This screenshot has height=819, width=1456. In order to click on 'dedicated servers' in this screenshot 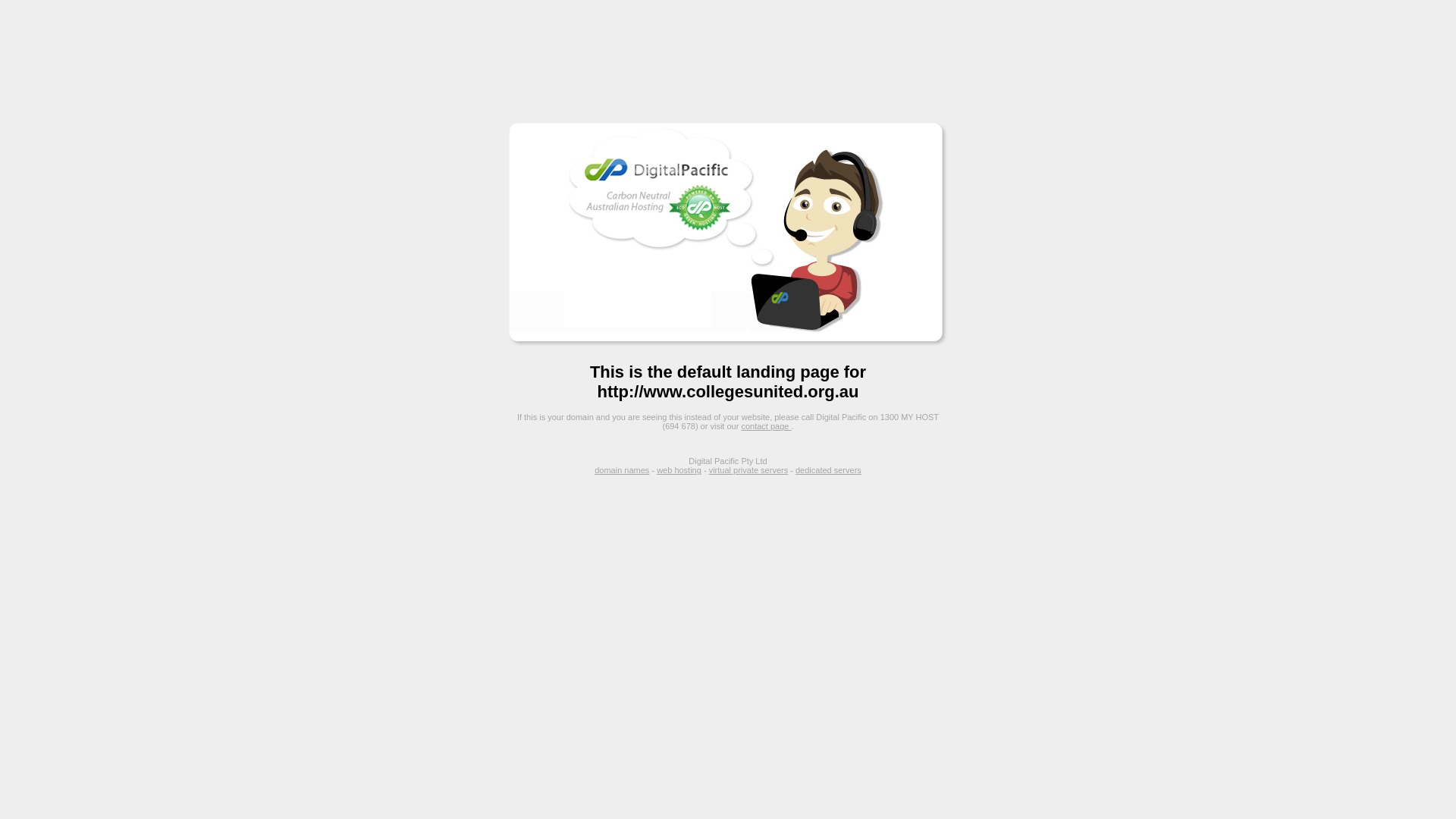, I will do `click(827, 469)`.